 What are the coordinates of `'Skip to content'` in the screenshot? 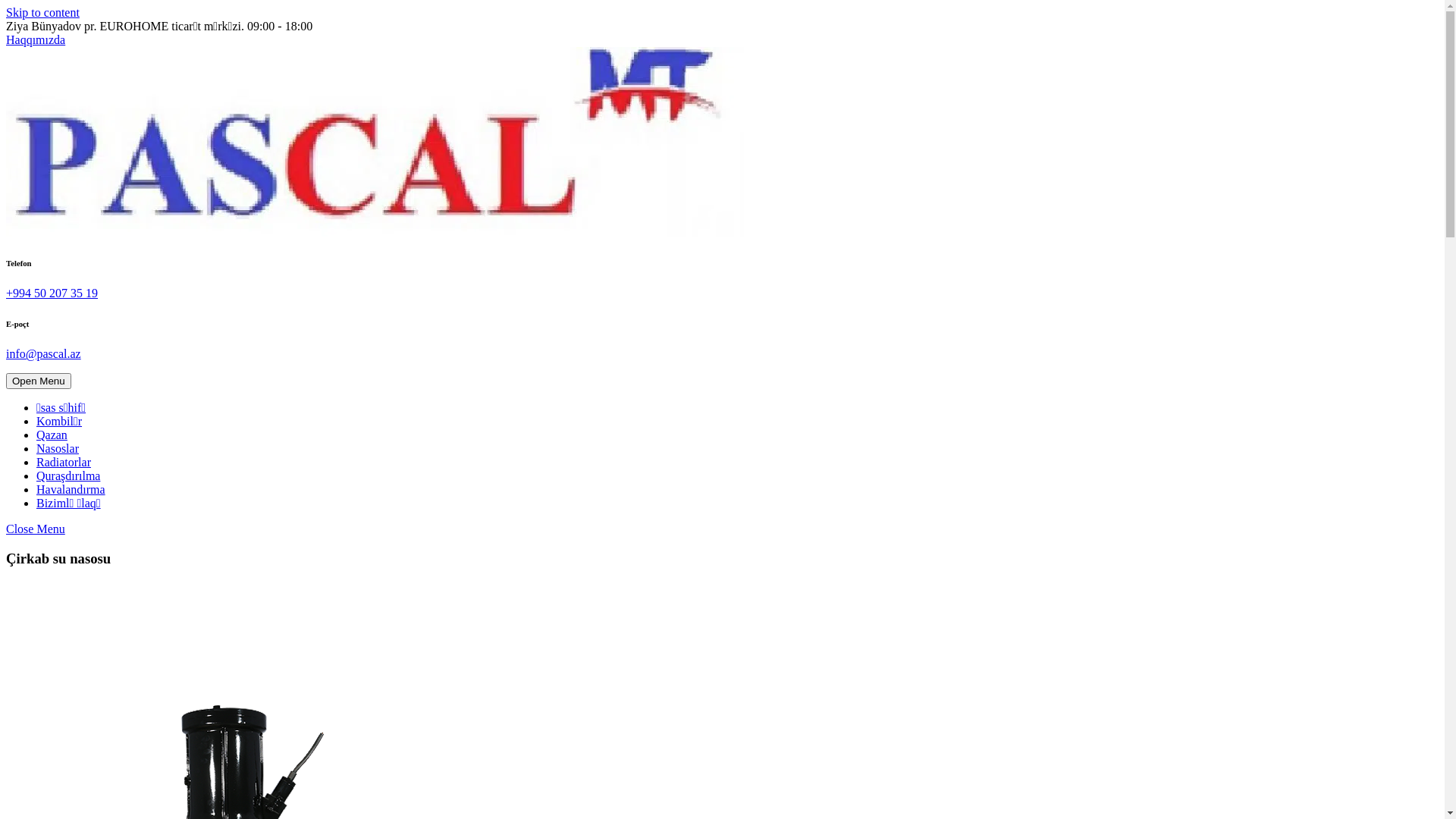 It's located at (42, 12).